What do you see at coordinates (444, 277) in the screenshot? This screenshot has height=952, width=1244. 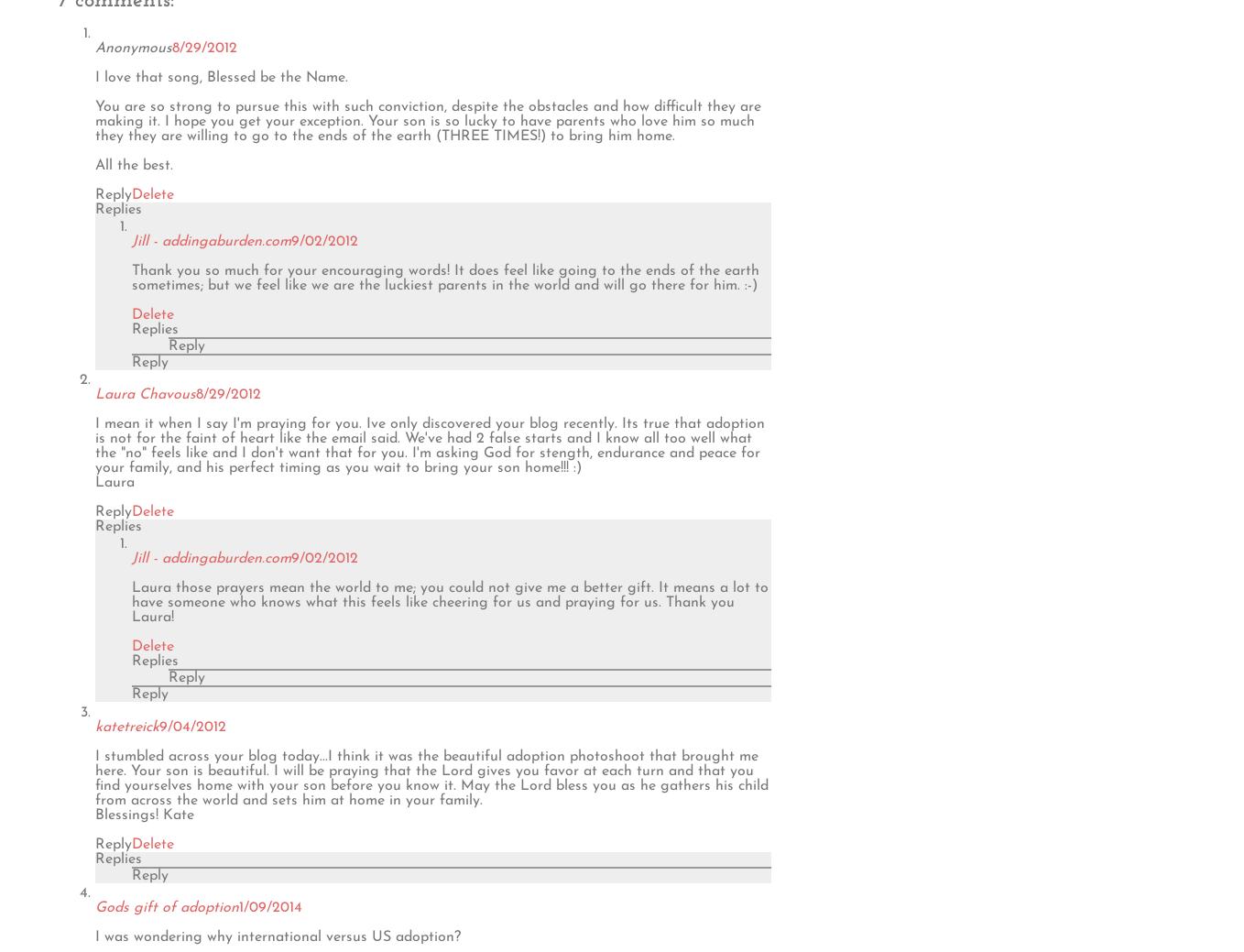 I see `'Thank you so much for your encouraging words!  It does feel like going to the ends of the earth sometimes; but we feel like we are the luckiest parents in the world and will go there for him. :-)'` at bounding box center [444, 277].